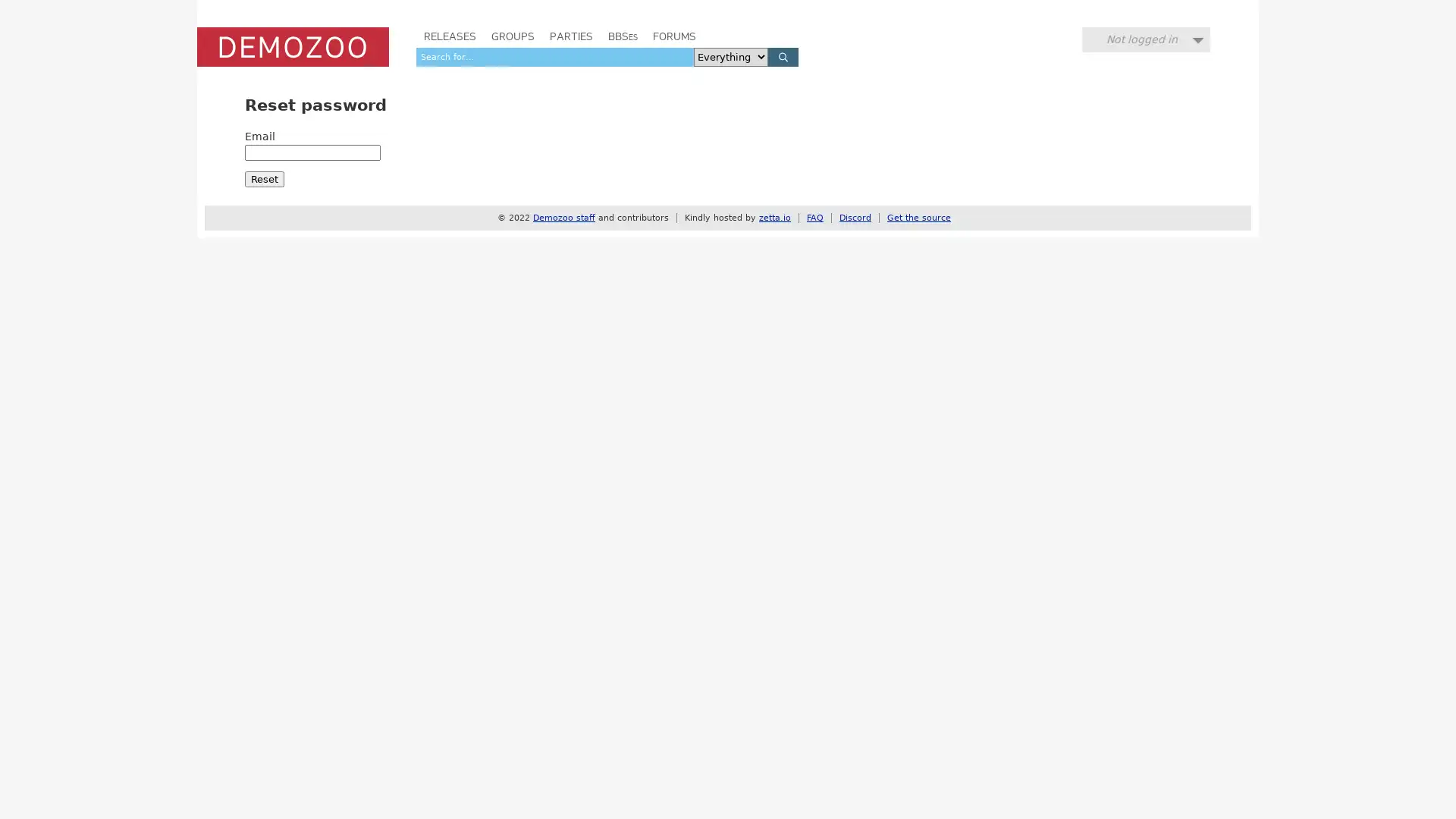  Describe the element at coordinates (265, 177) in the screenshot. I see `Reset` at that location.